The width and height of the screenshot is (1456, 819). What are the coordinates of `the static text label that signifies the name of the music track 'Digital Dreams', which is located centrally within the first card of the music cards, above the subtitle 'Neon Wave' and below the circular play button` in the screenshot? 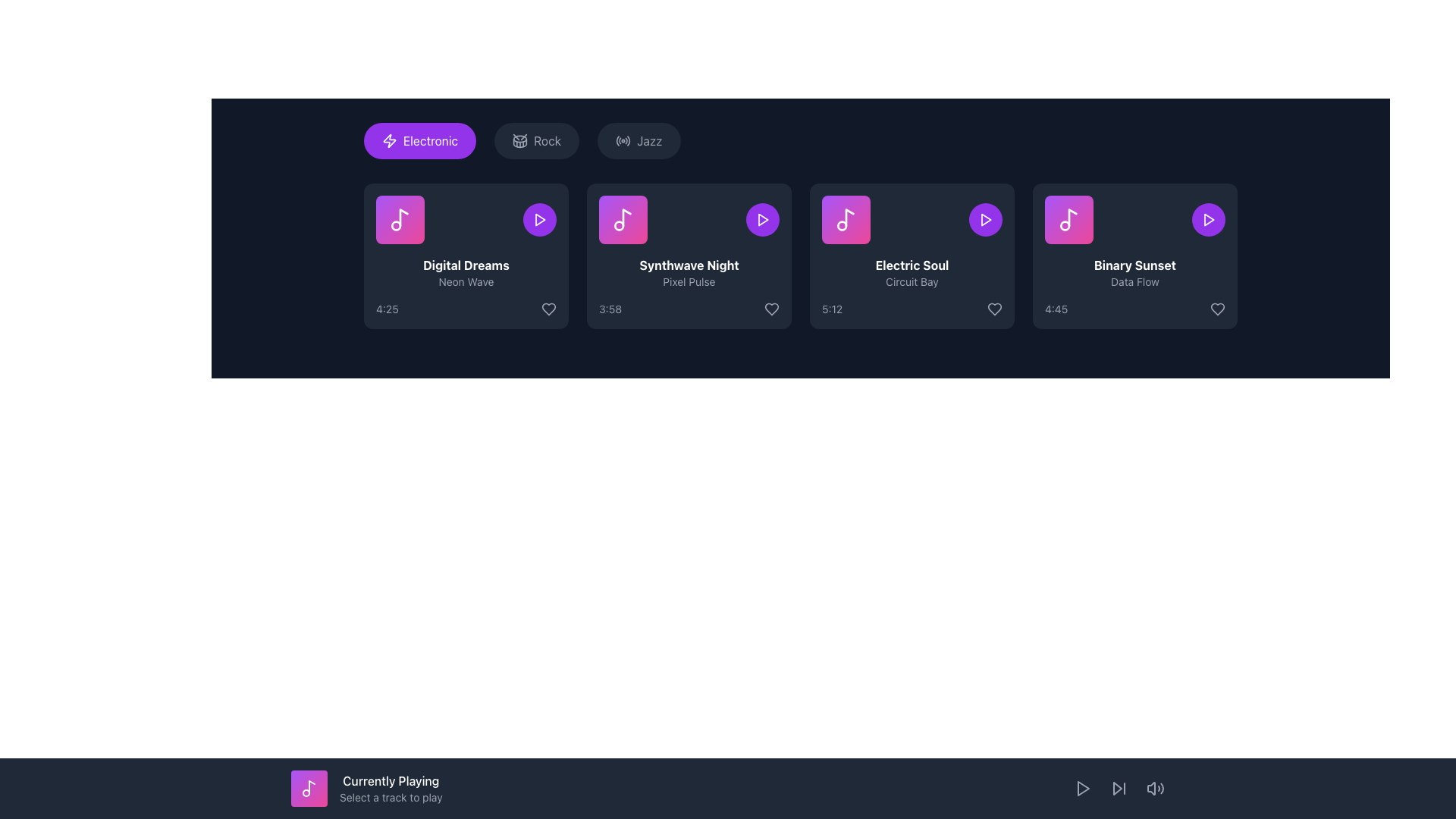 It's located at (465, 265).